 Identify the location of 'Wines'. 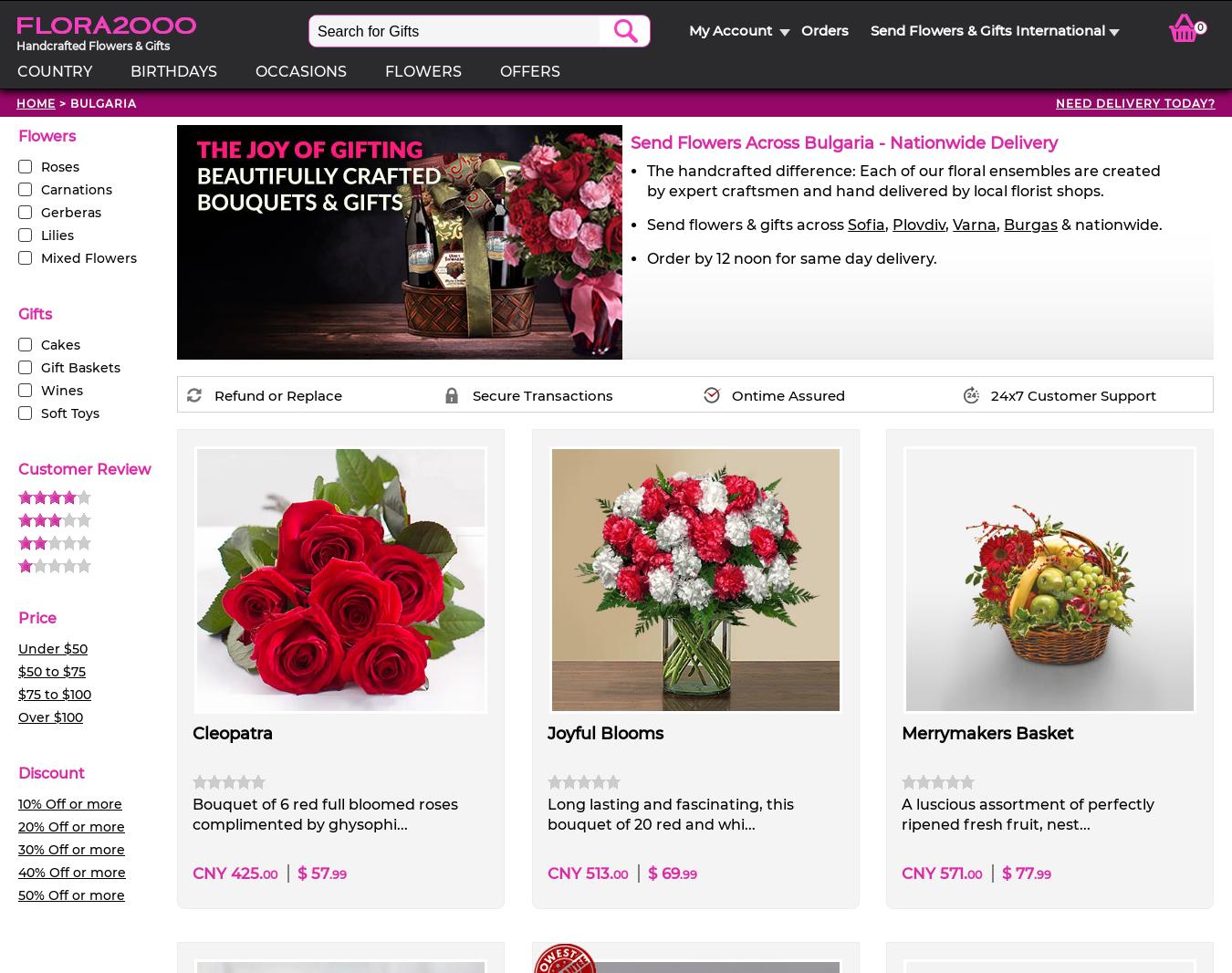
(61, 390).